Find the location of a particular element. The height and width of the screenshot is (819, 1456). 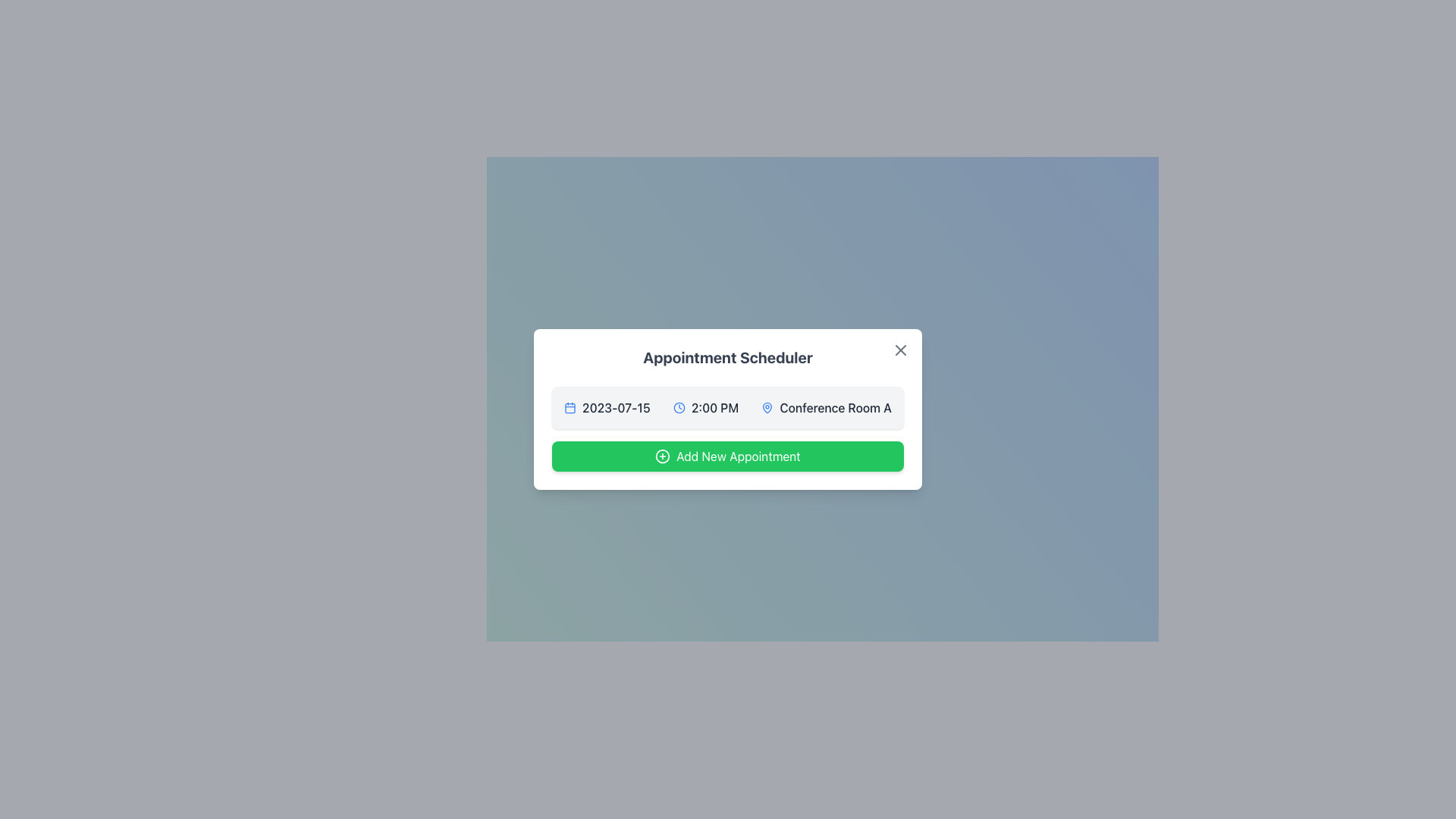

the 'Conference Room A' text label with a blue map pin icon located at the bottom center of the 'Appointment Scheduler' modal is located at coordinates (826, 406).